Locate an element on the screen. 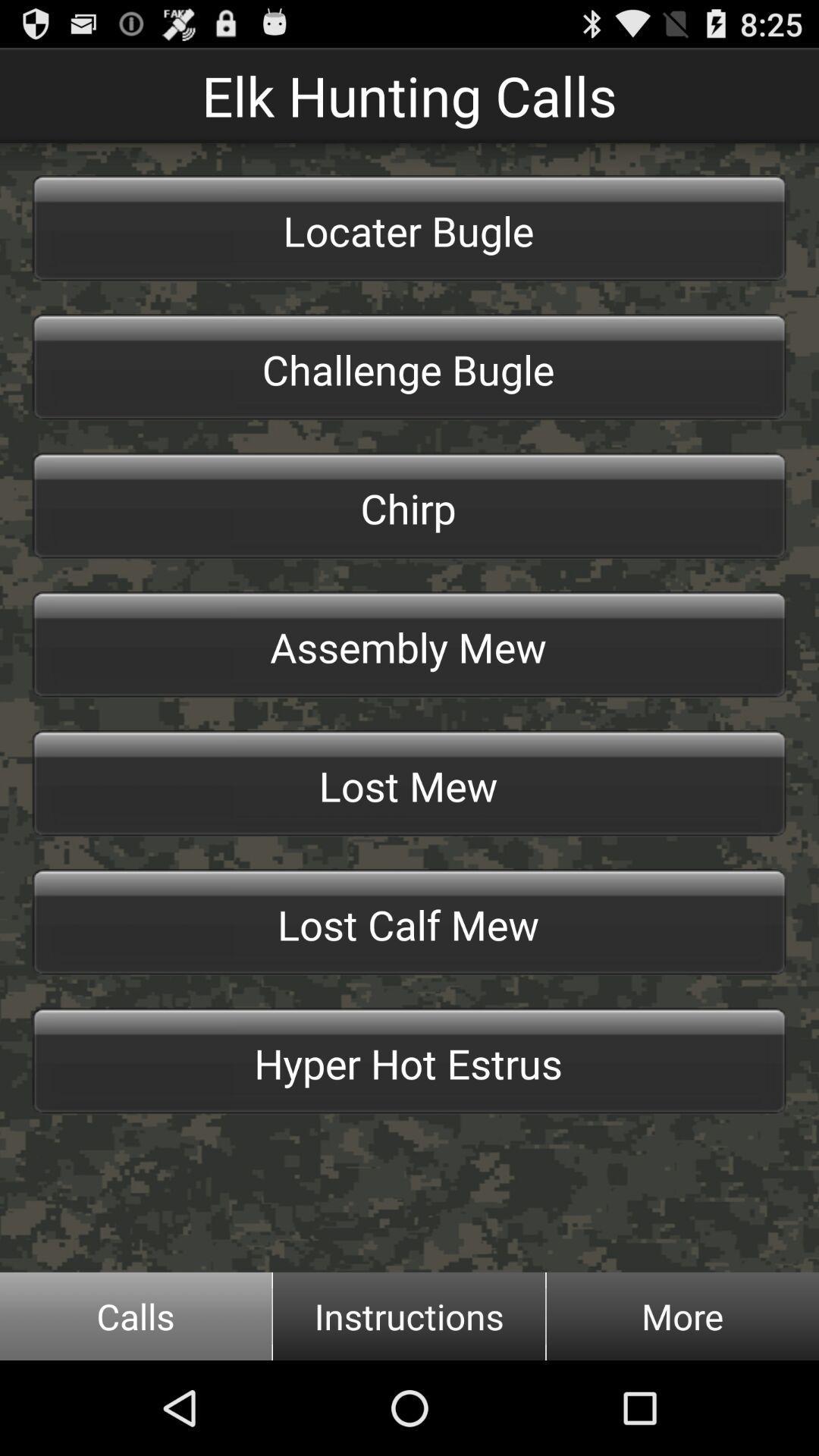 The image size is (819, 1456). hyper hot estrus item is located at coordinates (409, 1060).